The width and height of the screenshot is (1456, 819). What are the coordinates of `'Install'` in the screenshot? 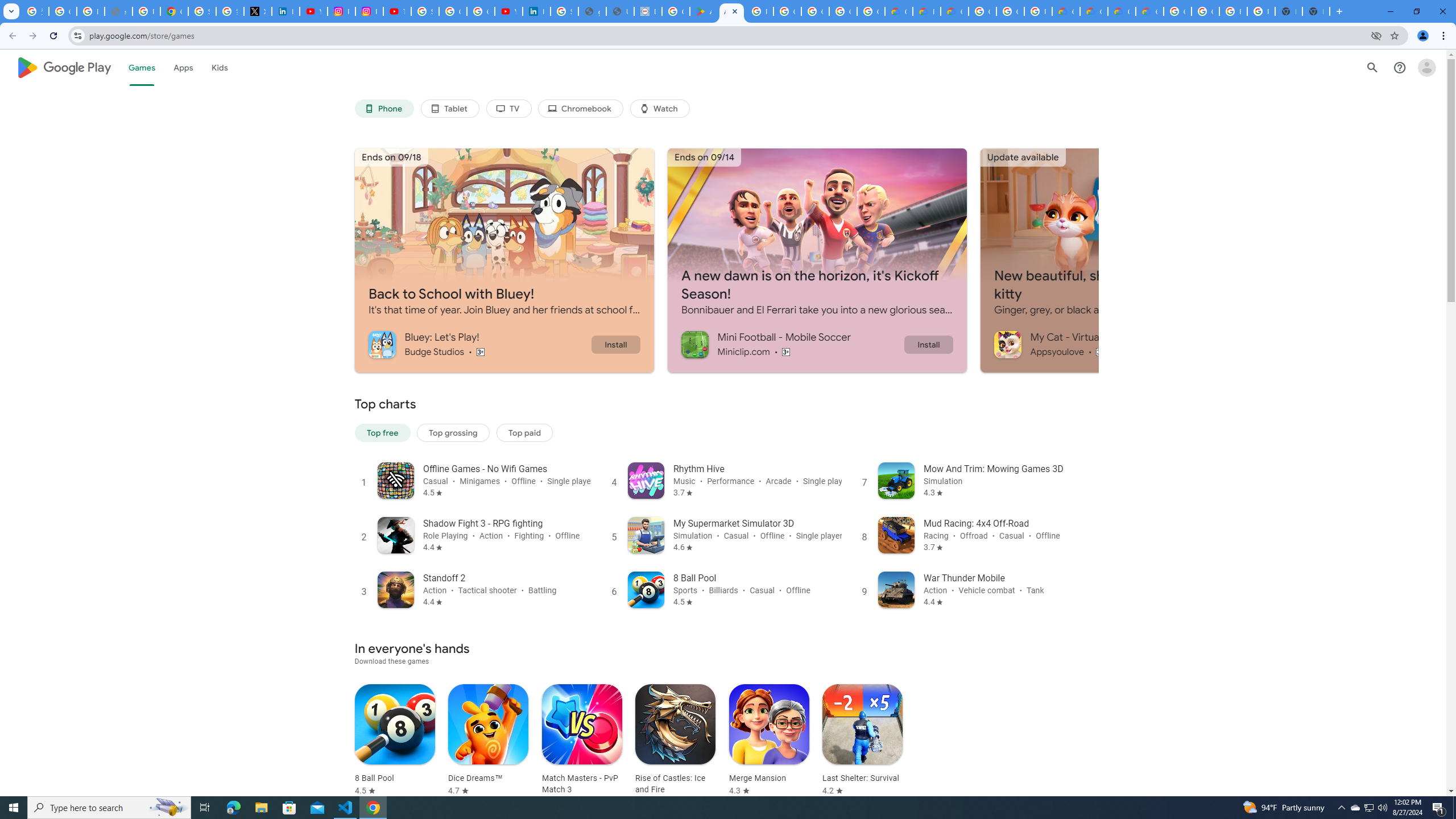 It's located at (928, 344).